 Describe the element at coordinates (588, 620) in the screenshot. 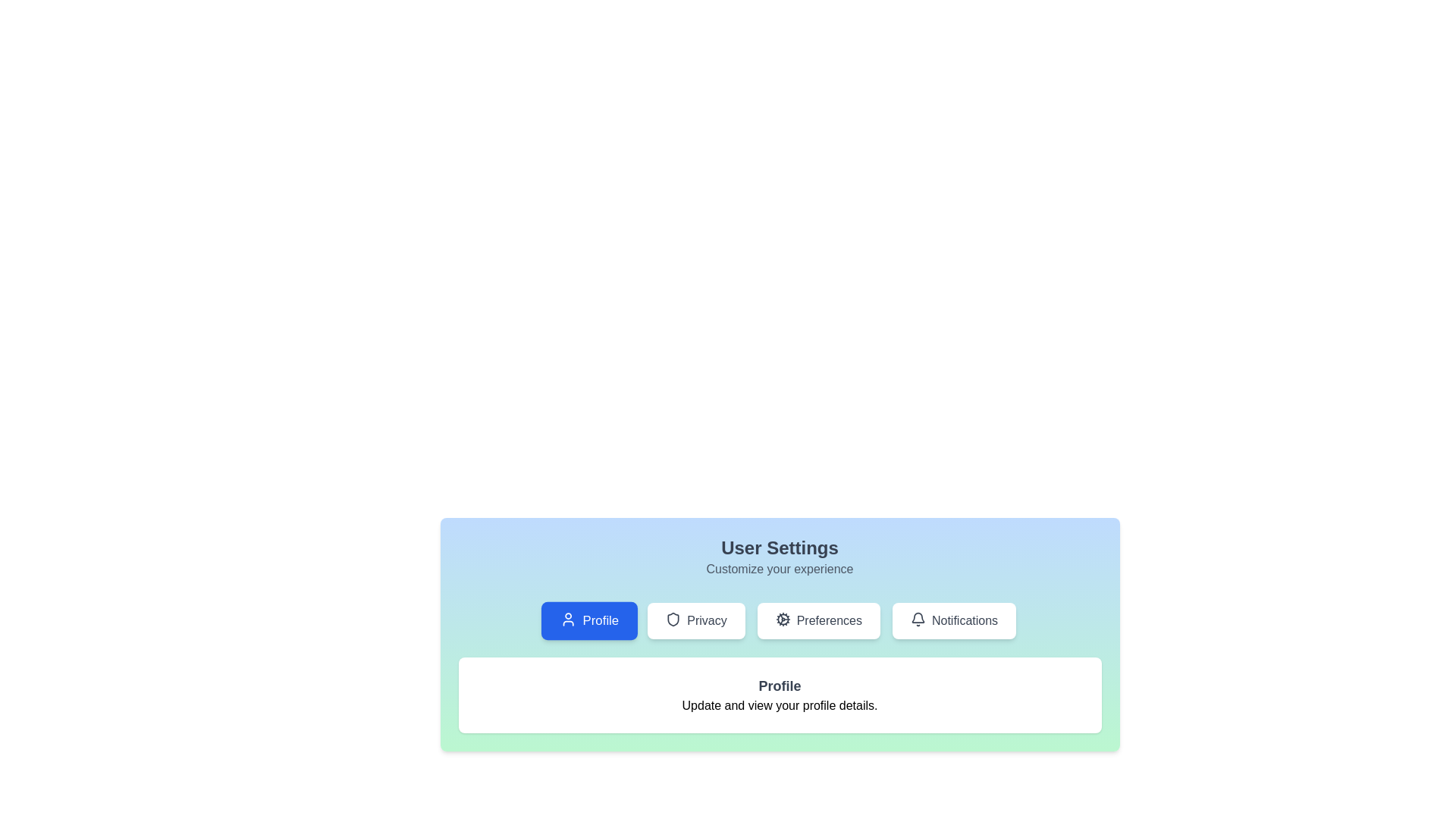

I see `the Profile tab to view its content` at that location.